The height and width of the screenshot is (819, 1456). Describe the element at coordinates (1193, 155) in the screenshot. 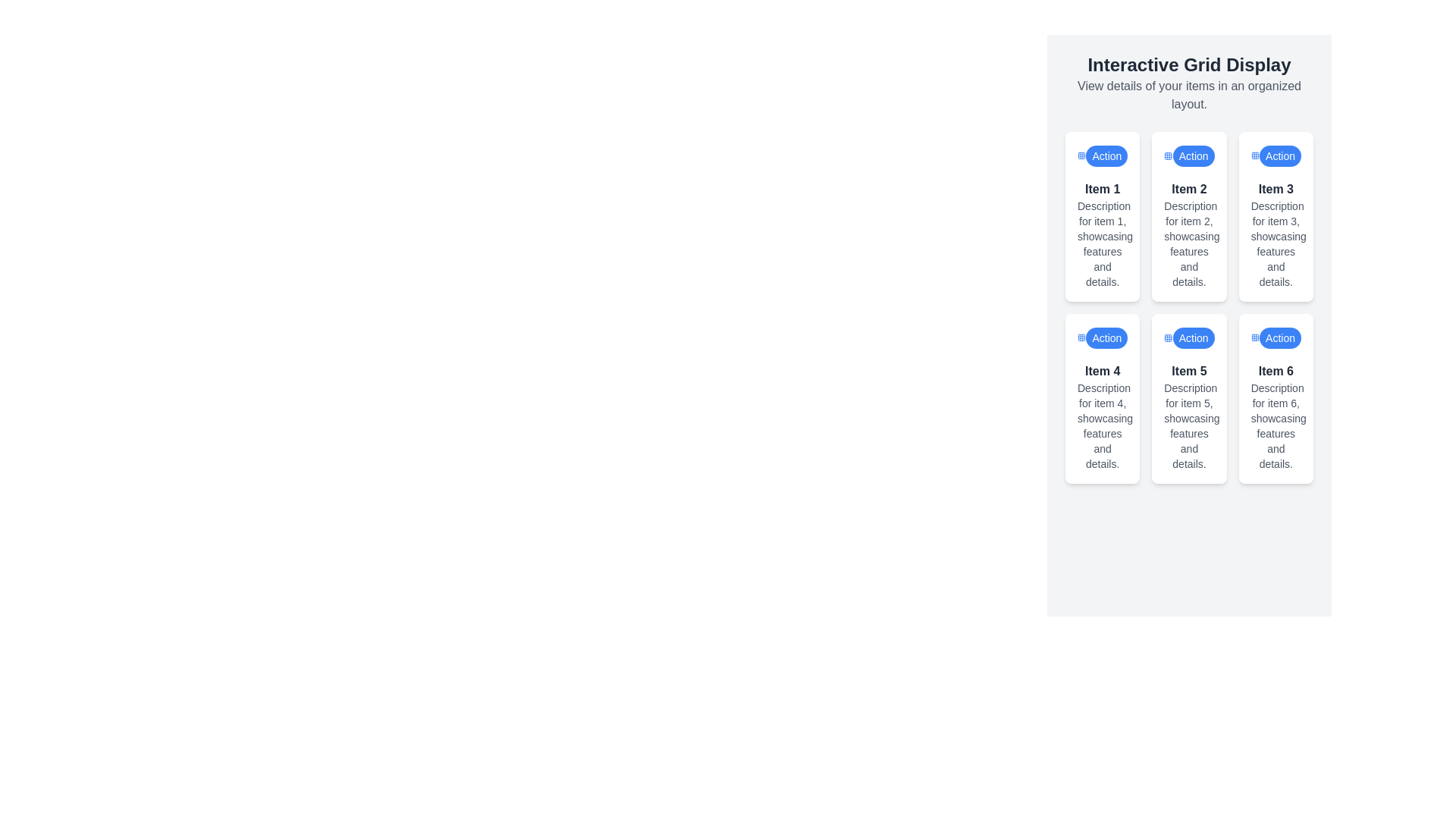

I see `the blue button labeled 'Action' located` at that location.